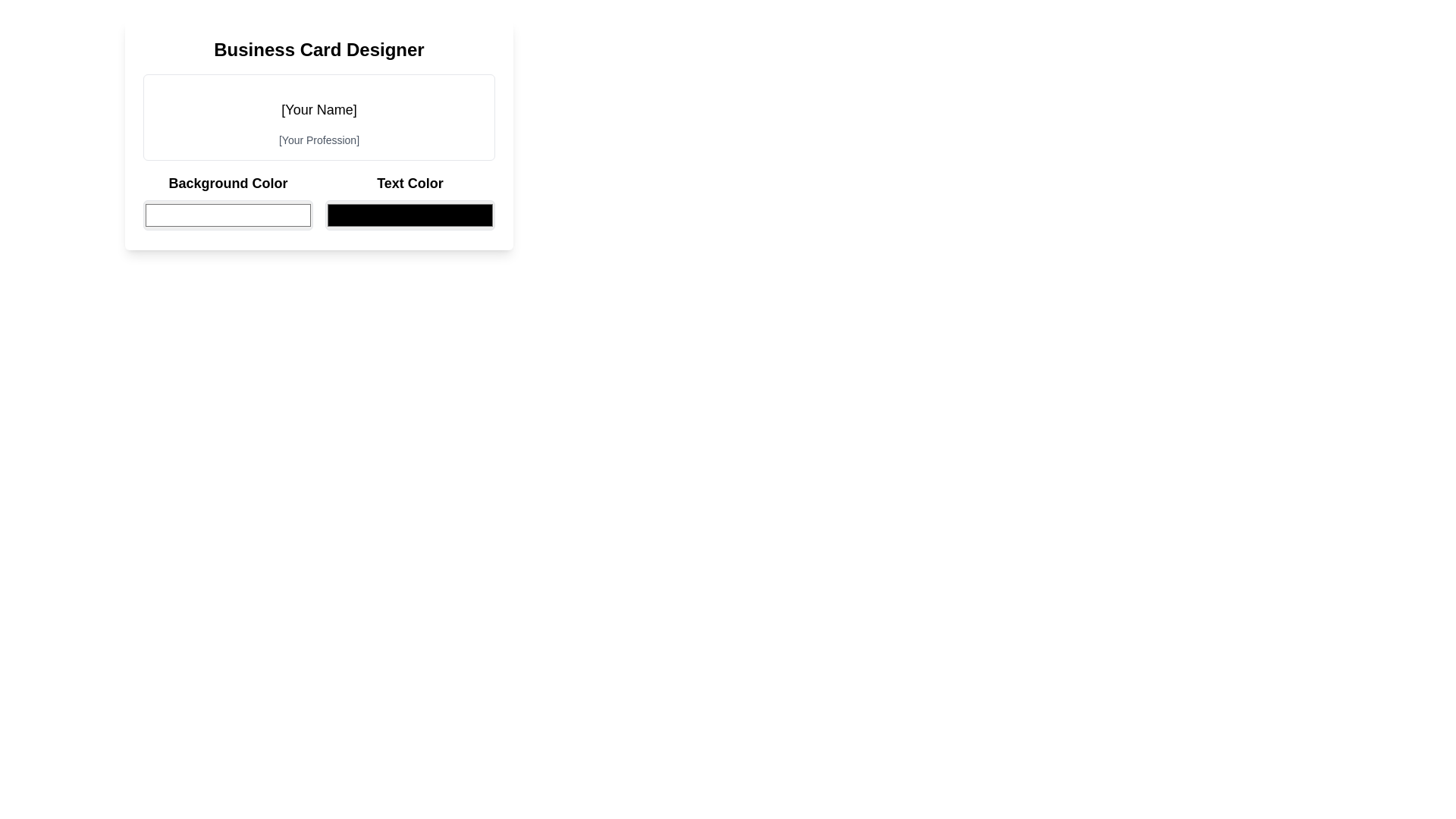 This screenshot has height=819, width=1456. I want to click on the Color Display Area, which is a black rectangular box with a rounded border located below the 'Text Color' label, so click(410, 201).